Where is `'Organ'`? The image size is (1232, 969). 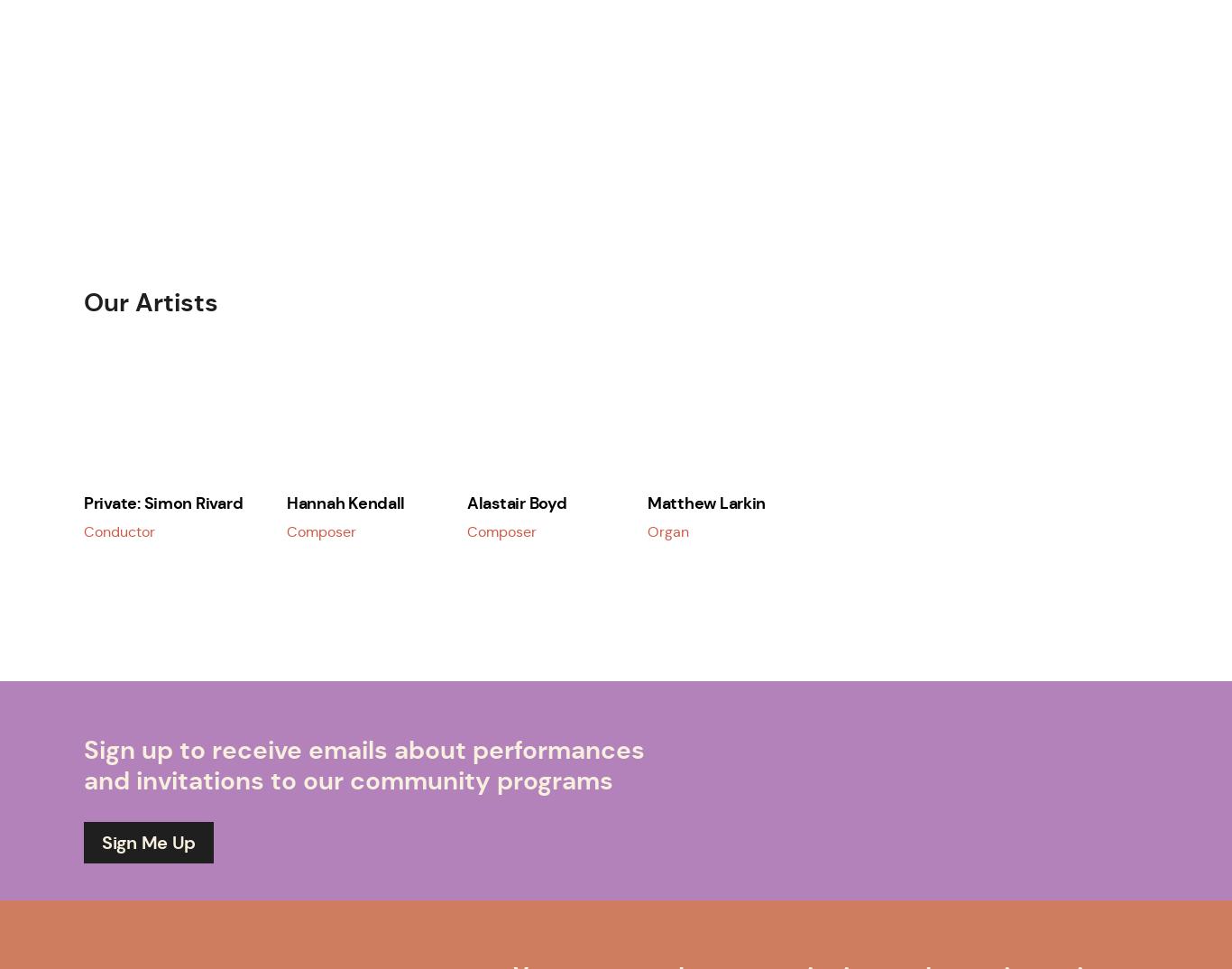
'Organ' is located at coordinates (668, 530).